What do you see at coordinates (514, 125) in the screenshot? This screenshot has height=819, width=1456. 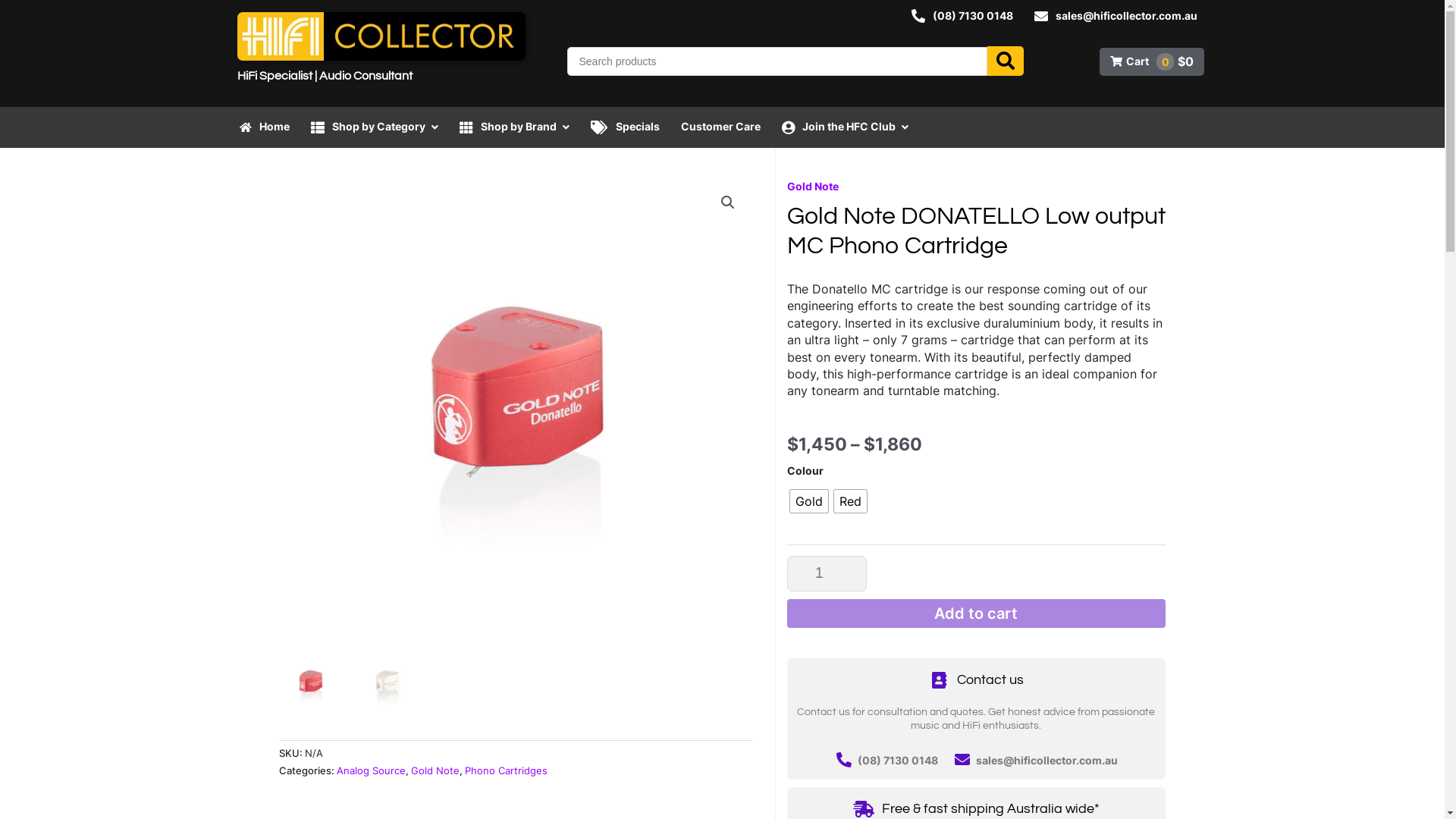 I see `'Shop by Brand'` at bounding box center [514, 125].